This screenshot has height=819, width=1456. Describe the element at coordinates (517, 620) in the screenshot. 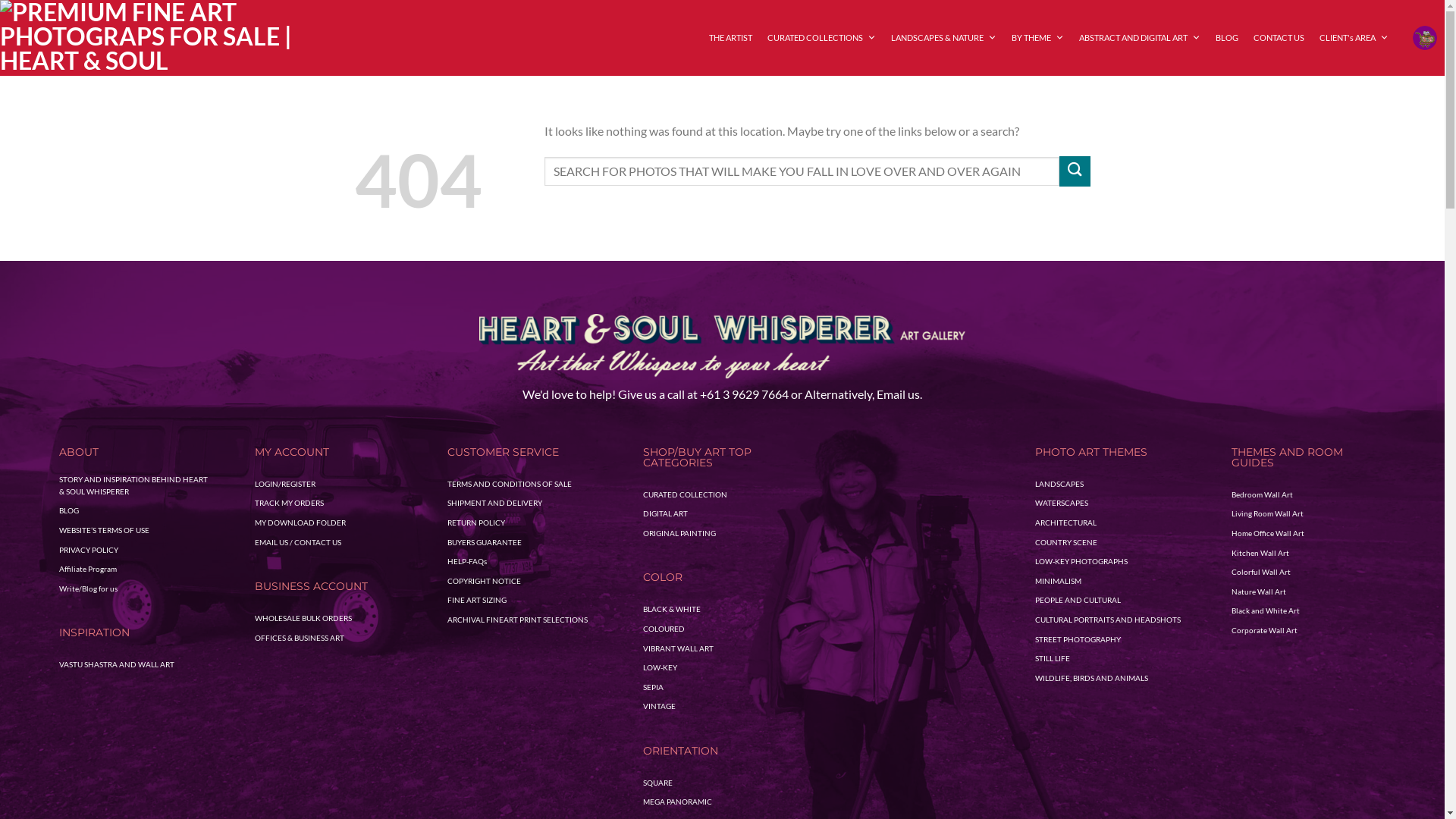

I see `'ARCHIVAL FINEART PRINT SELECTIONS'` at that location.